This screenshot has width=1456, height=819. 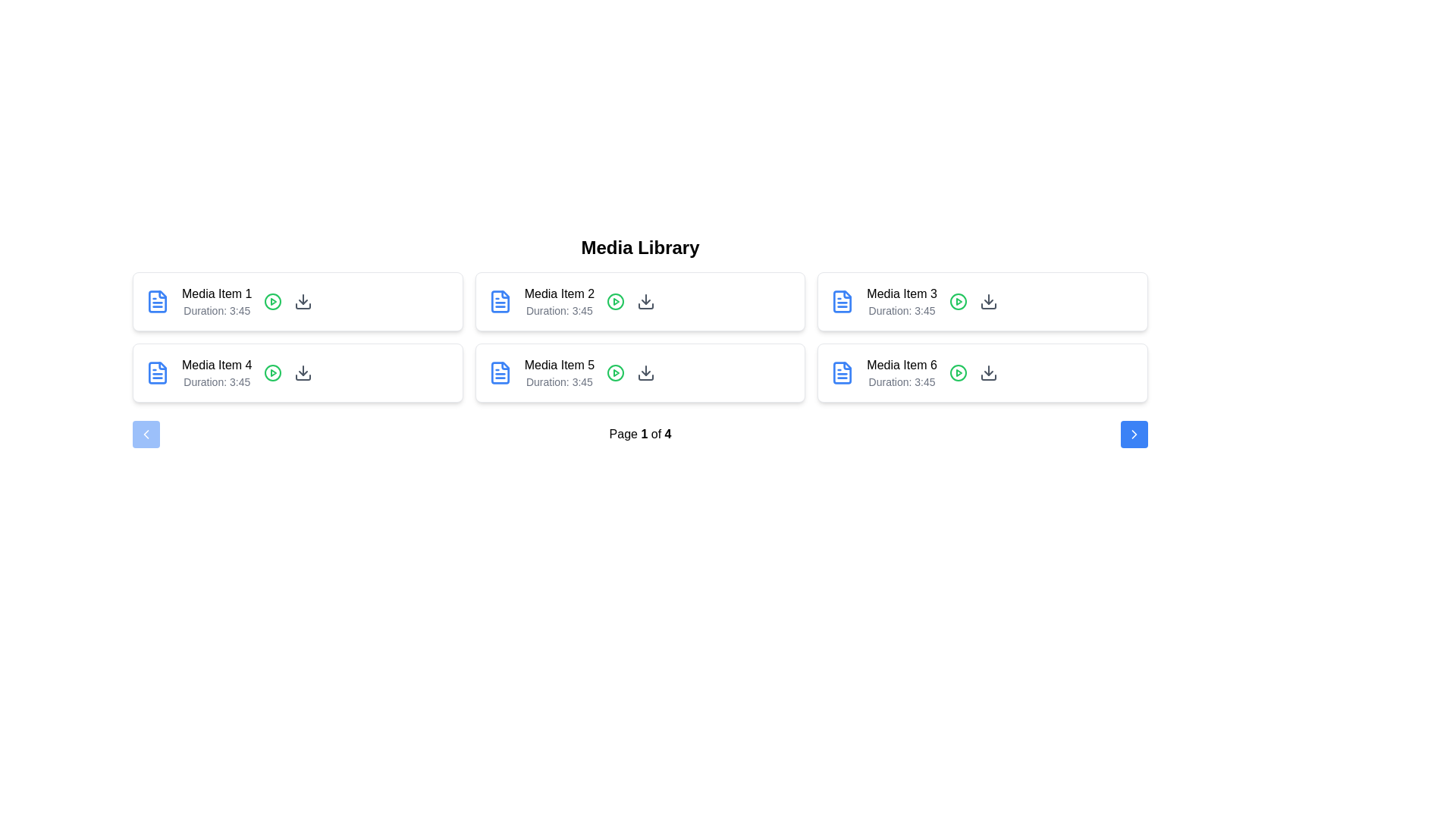 What do you see at coordinates (957, 373) in the screenshot?
I see `the green circular play button located within 'Media Item 6' card, positioned to the left of the download button` at bounding box center [957, 373].